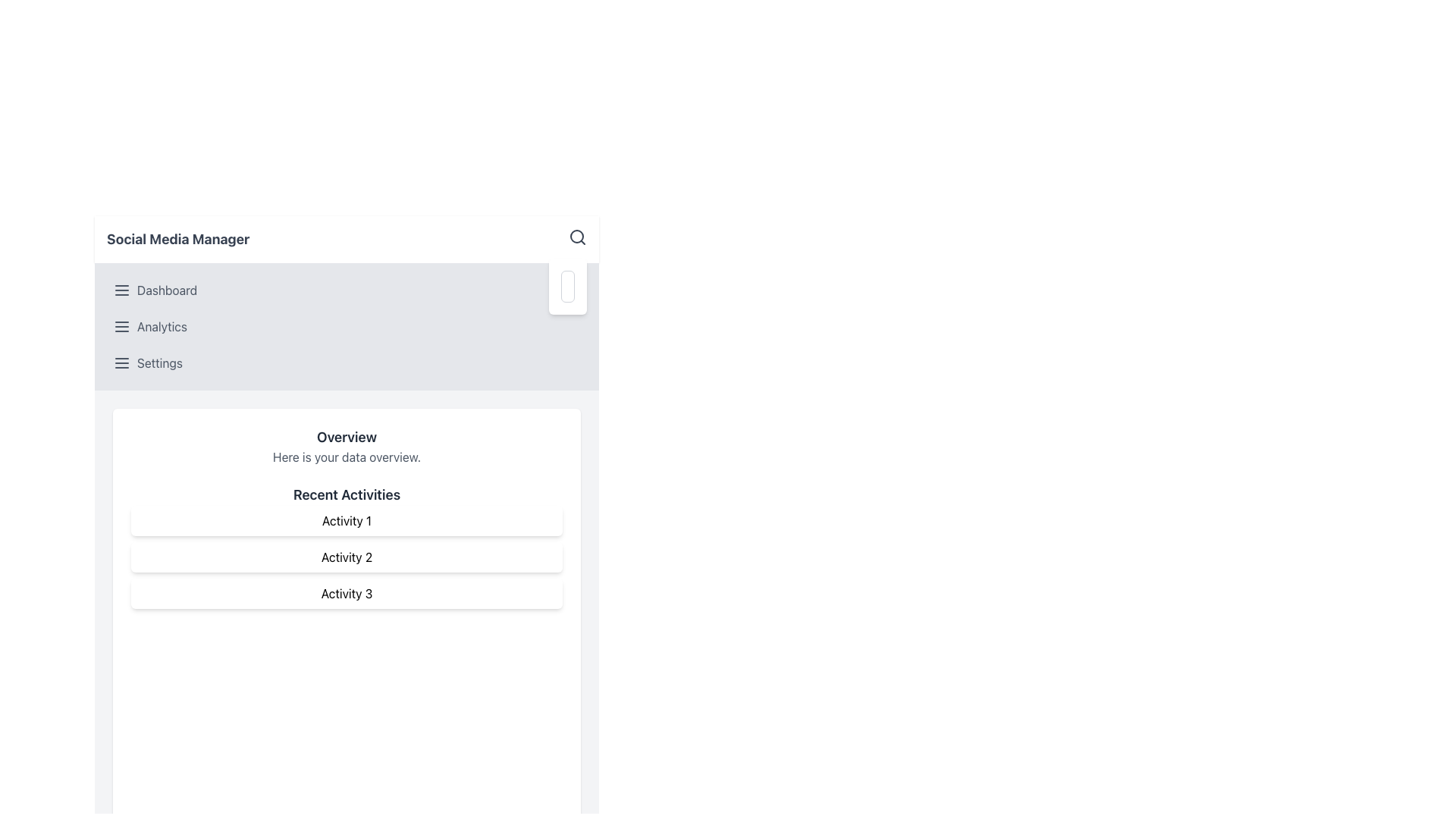 This screenshot has height=819, width=1456. What do you see at coordinates (346, 290) in the screenshot?
I see `the first menu item in the vertically stacked menu list, which is positioned above the 'Analytics' and 'Settings' menu items` at bounding box center [346, 290].